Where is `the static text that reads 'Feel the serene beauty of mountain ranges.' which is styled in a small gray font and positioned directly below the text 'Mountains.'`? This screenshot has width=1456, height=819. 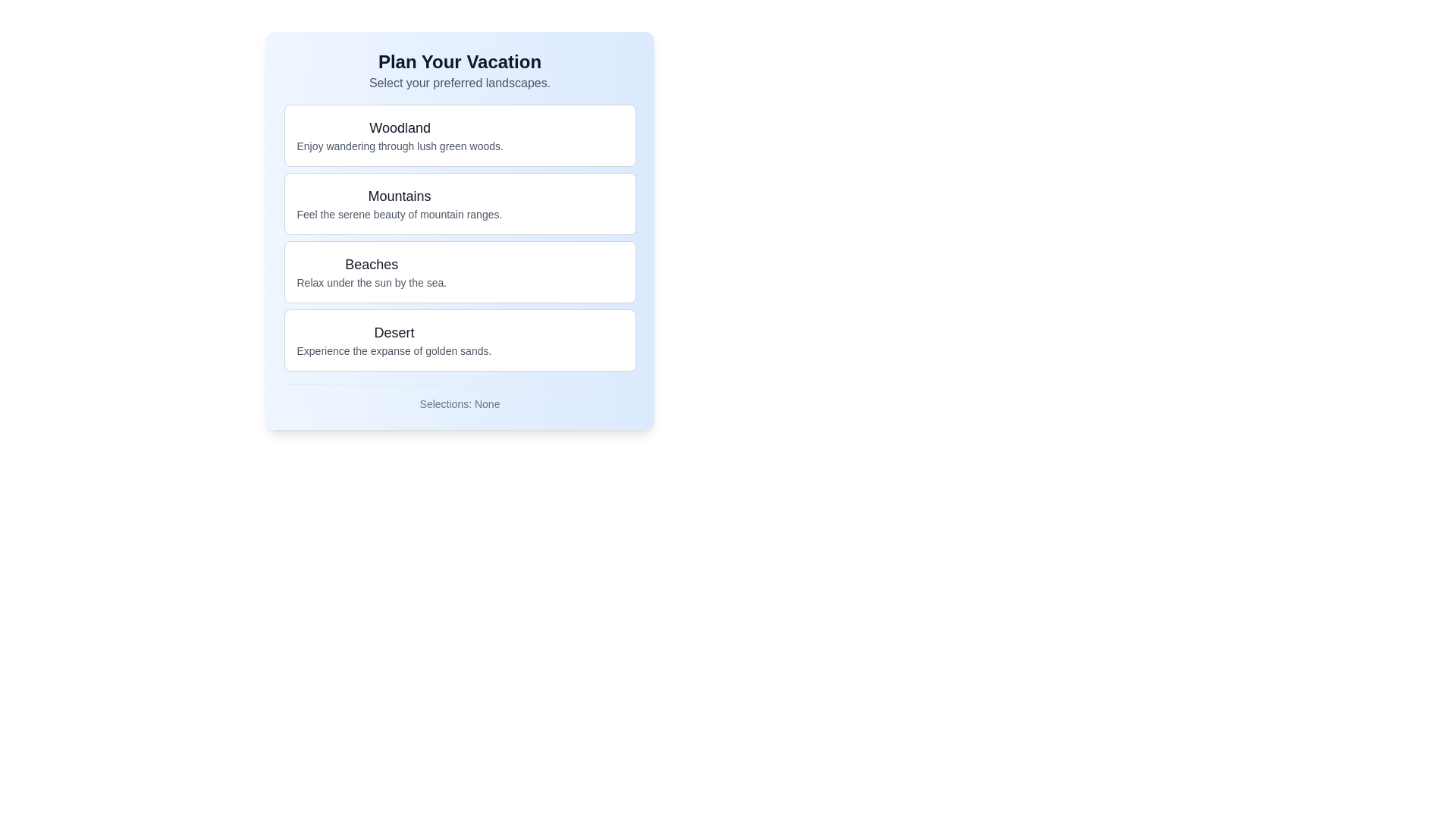
the static text that reads 'Feel the serene beauty of mountain ranges.' which is styled in a small gray font and positioned directly below the text 'Mountains.' is located at coordinates (399, 214).